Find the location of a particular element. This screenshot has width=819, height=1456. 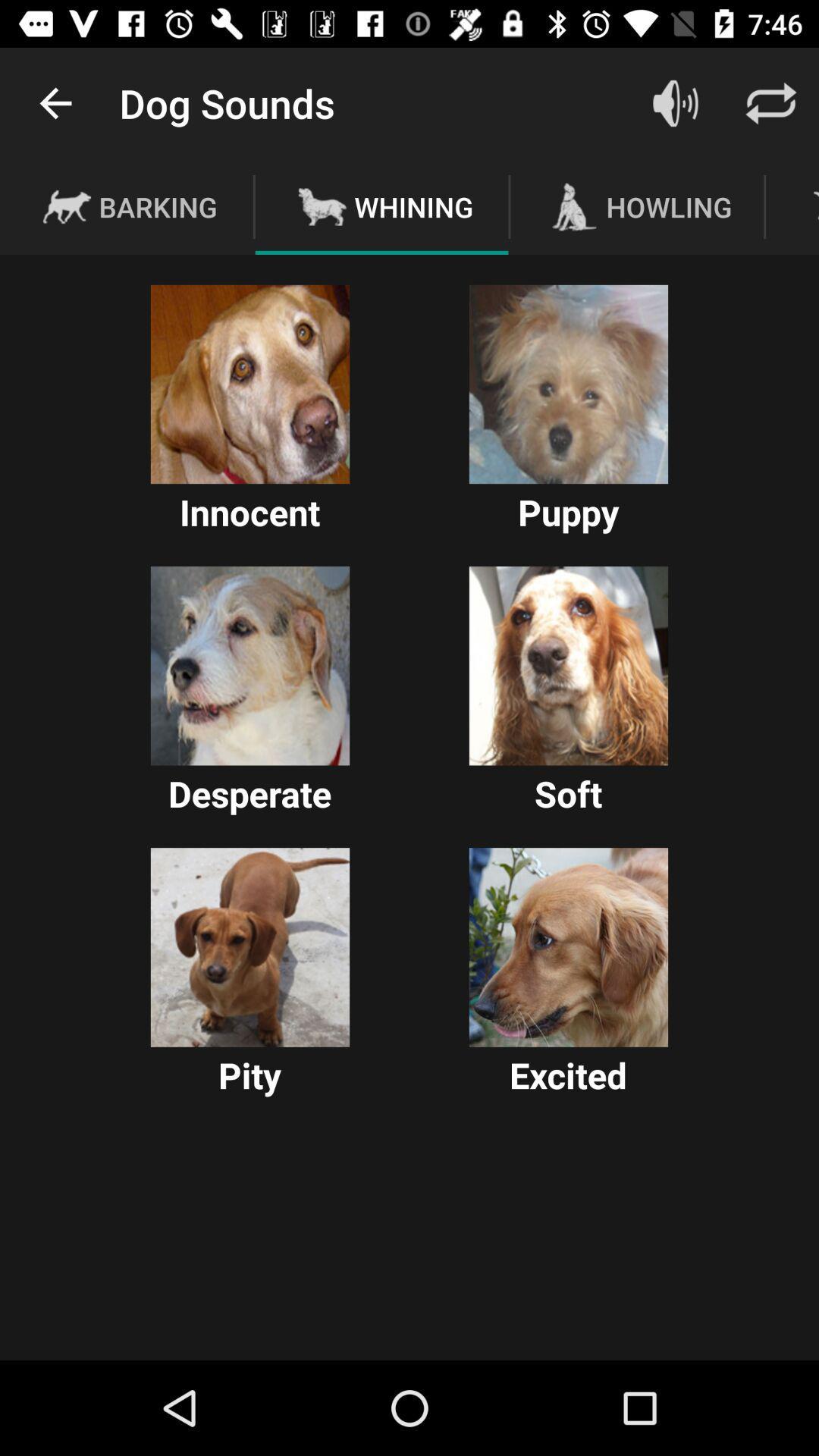

item to the left of the dog sounds icon is located at coordinates (55, 102).